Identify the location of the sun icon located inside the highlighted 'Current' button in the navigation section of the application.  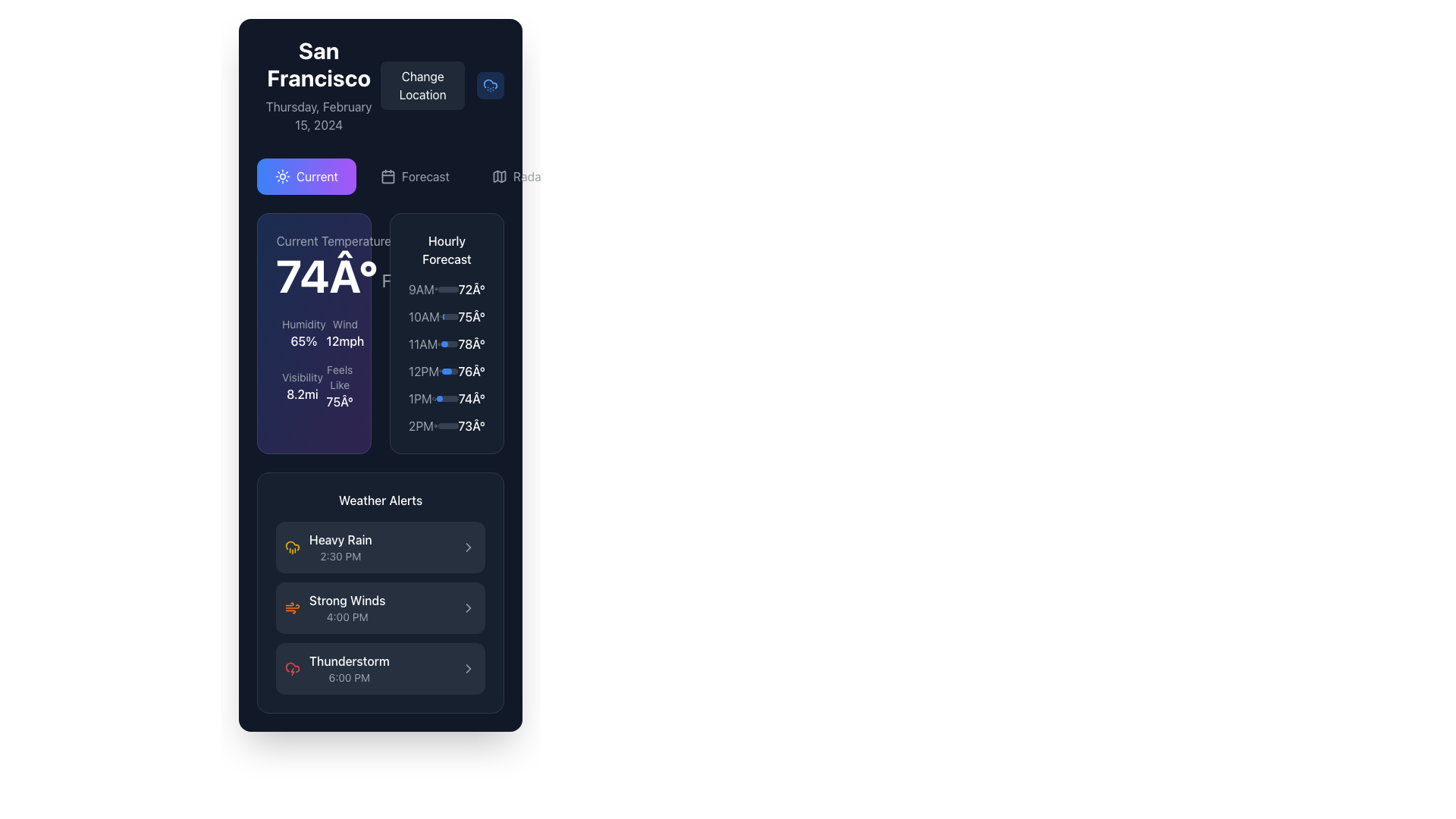
(283, 175).